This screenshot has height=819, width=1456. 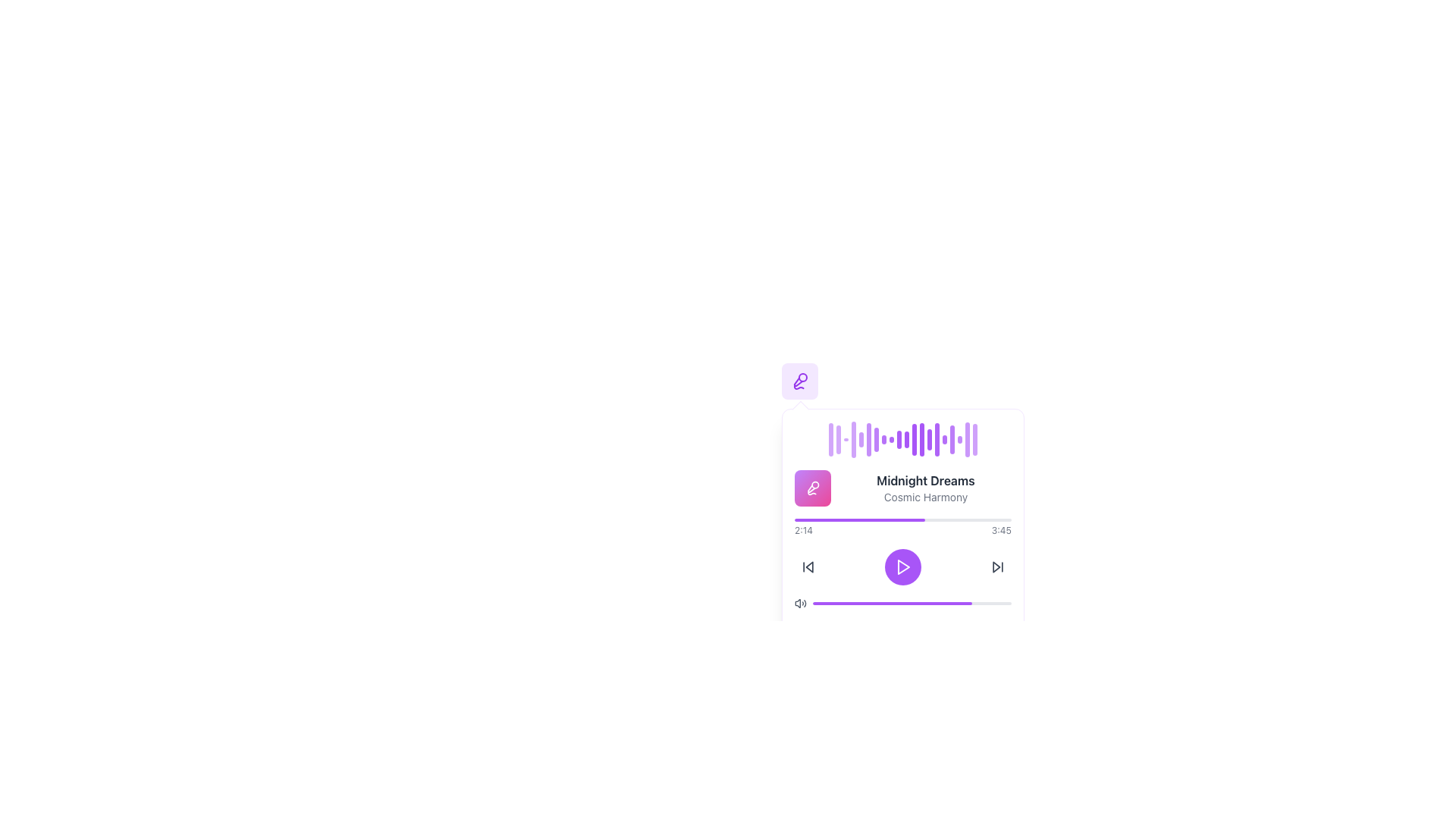 I want to click on the 'Play' button located at the bottom center of the interface, so click(x=902, y=567).